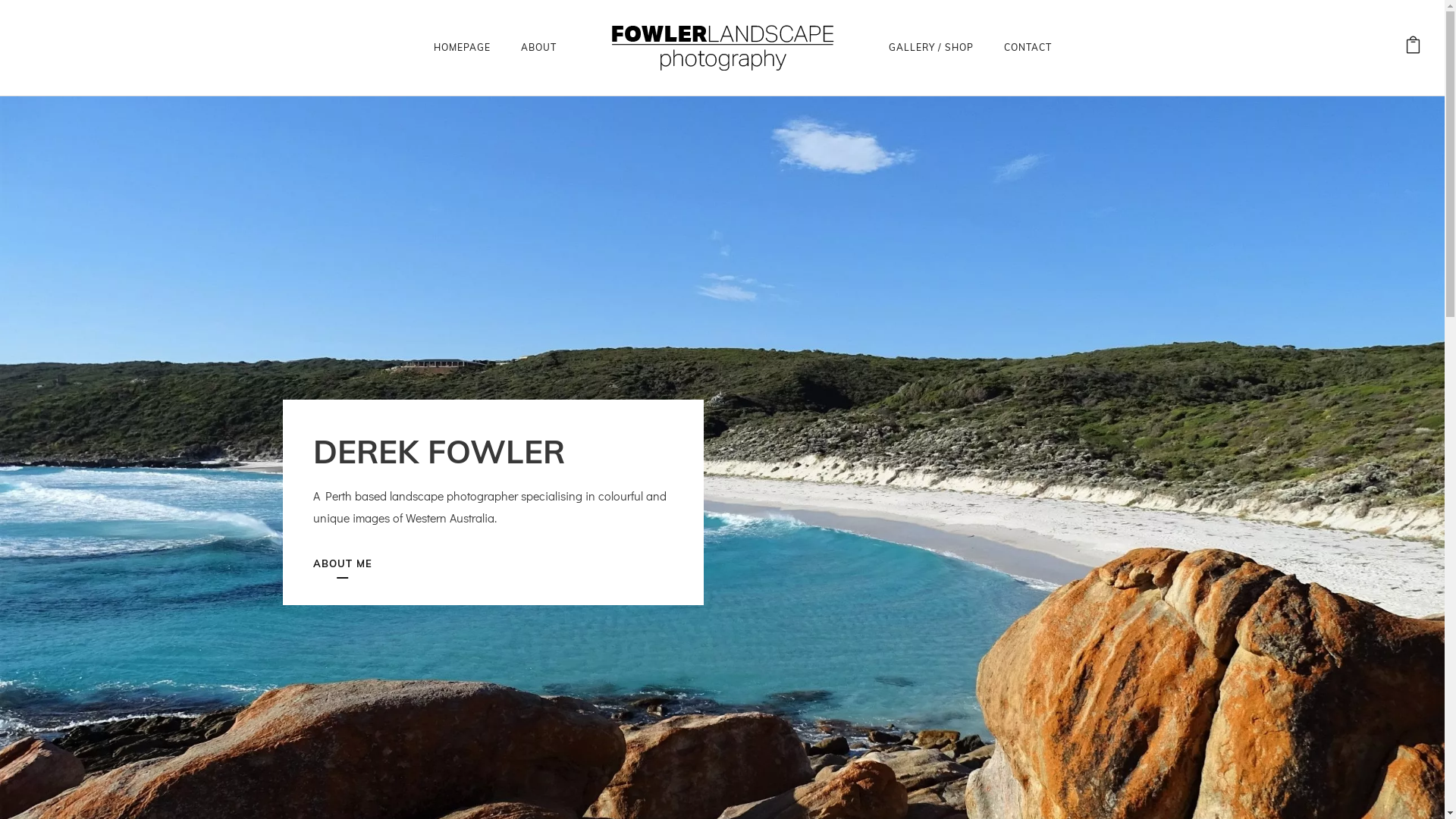  I want to click on 'ABOUT', so click(538, 46).